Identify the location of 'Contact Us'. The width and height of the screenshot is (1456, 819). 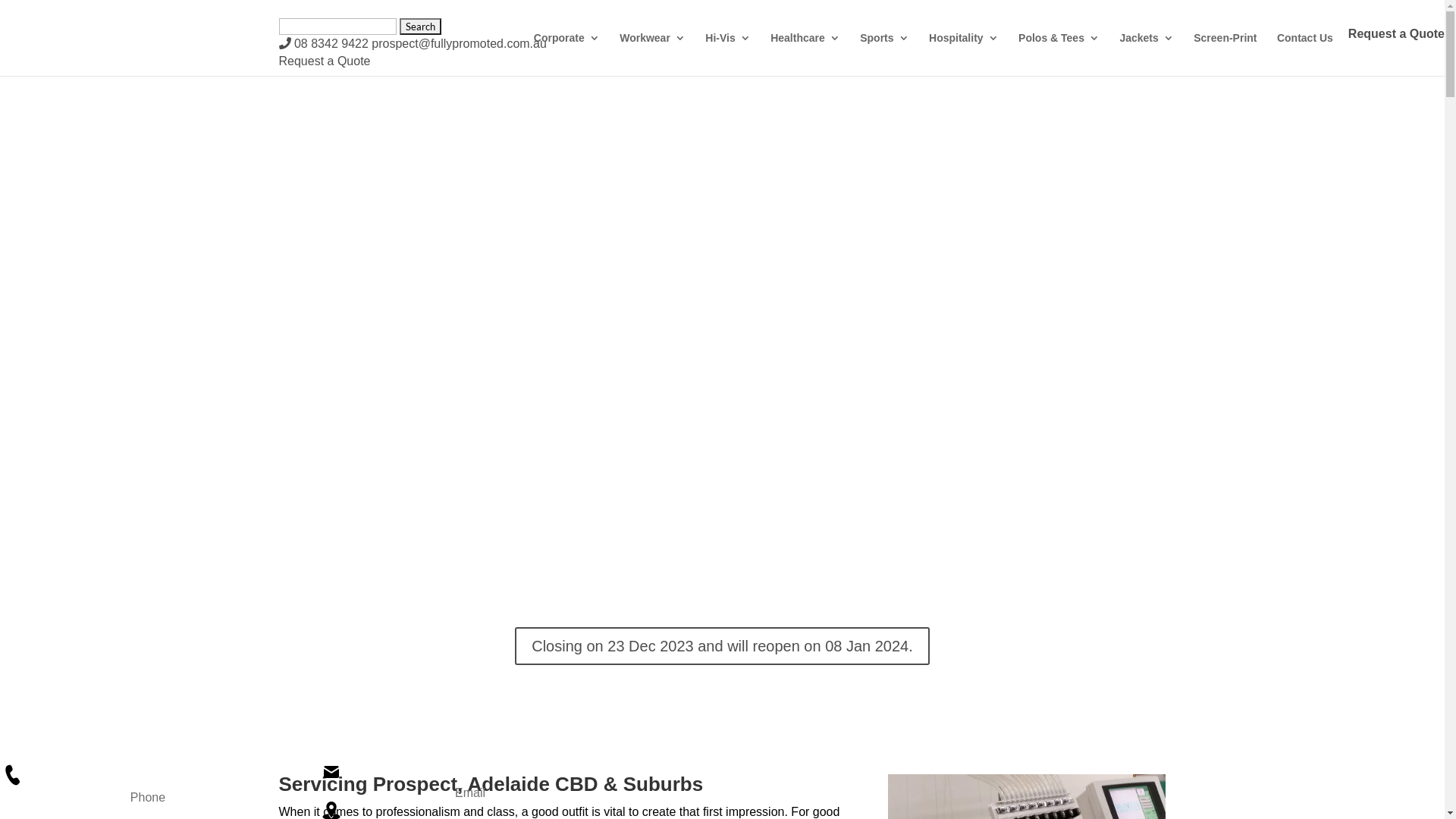
(1304, 49).